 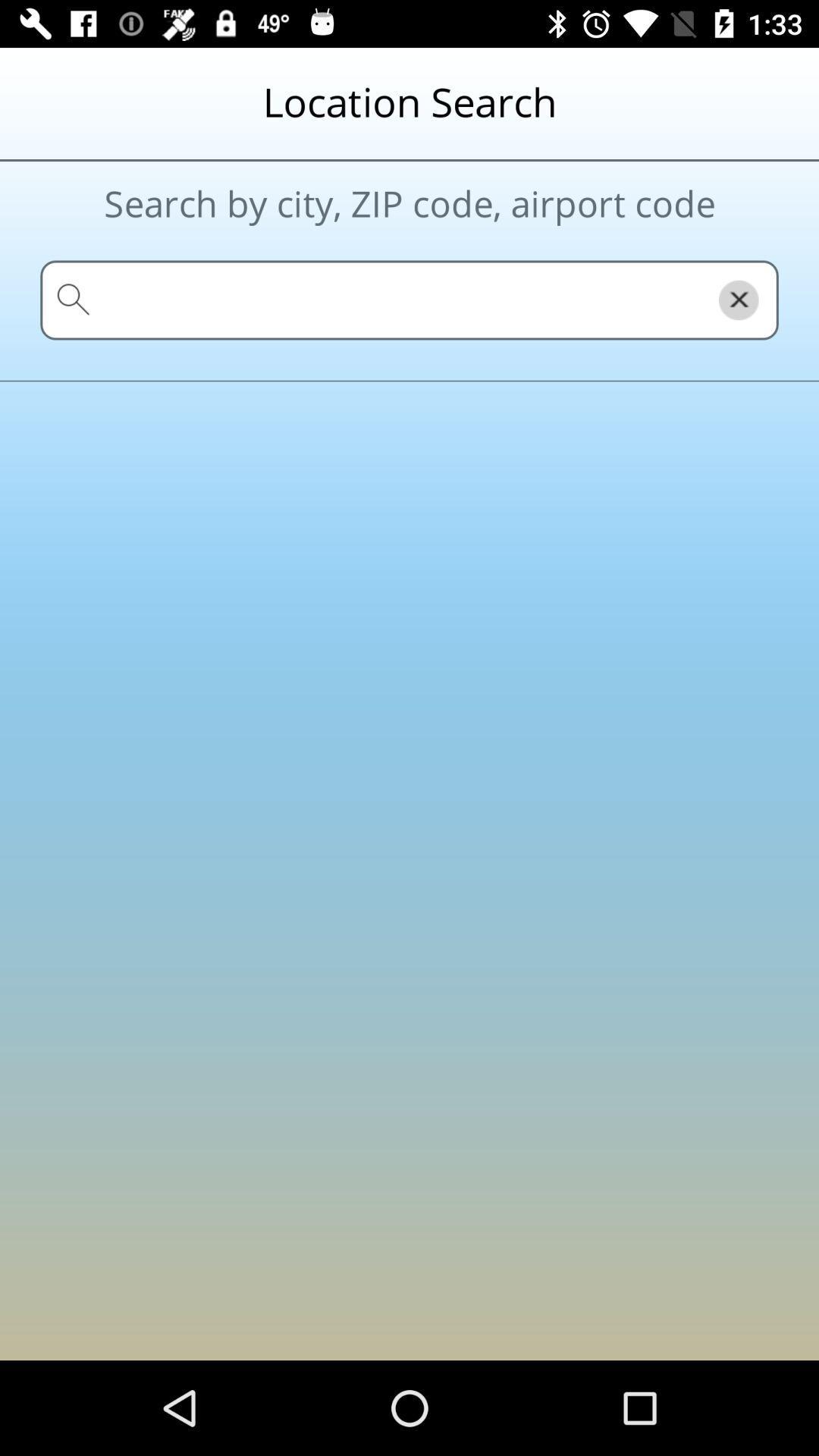 I want to click on the search icon, so click(x=74, y=300).